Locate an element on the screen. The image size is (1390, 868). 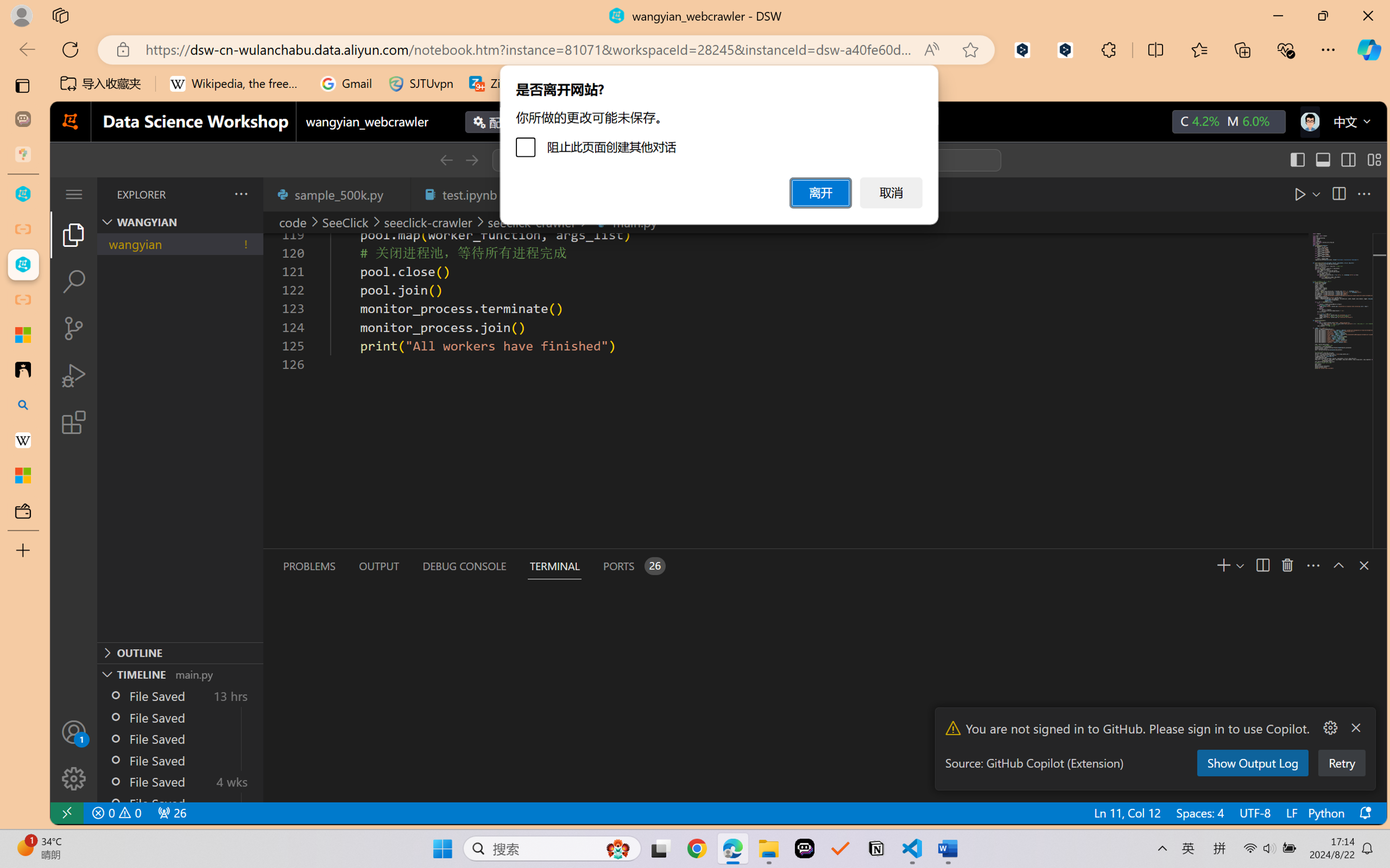
'remote' is located at coordinates (65, 812).